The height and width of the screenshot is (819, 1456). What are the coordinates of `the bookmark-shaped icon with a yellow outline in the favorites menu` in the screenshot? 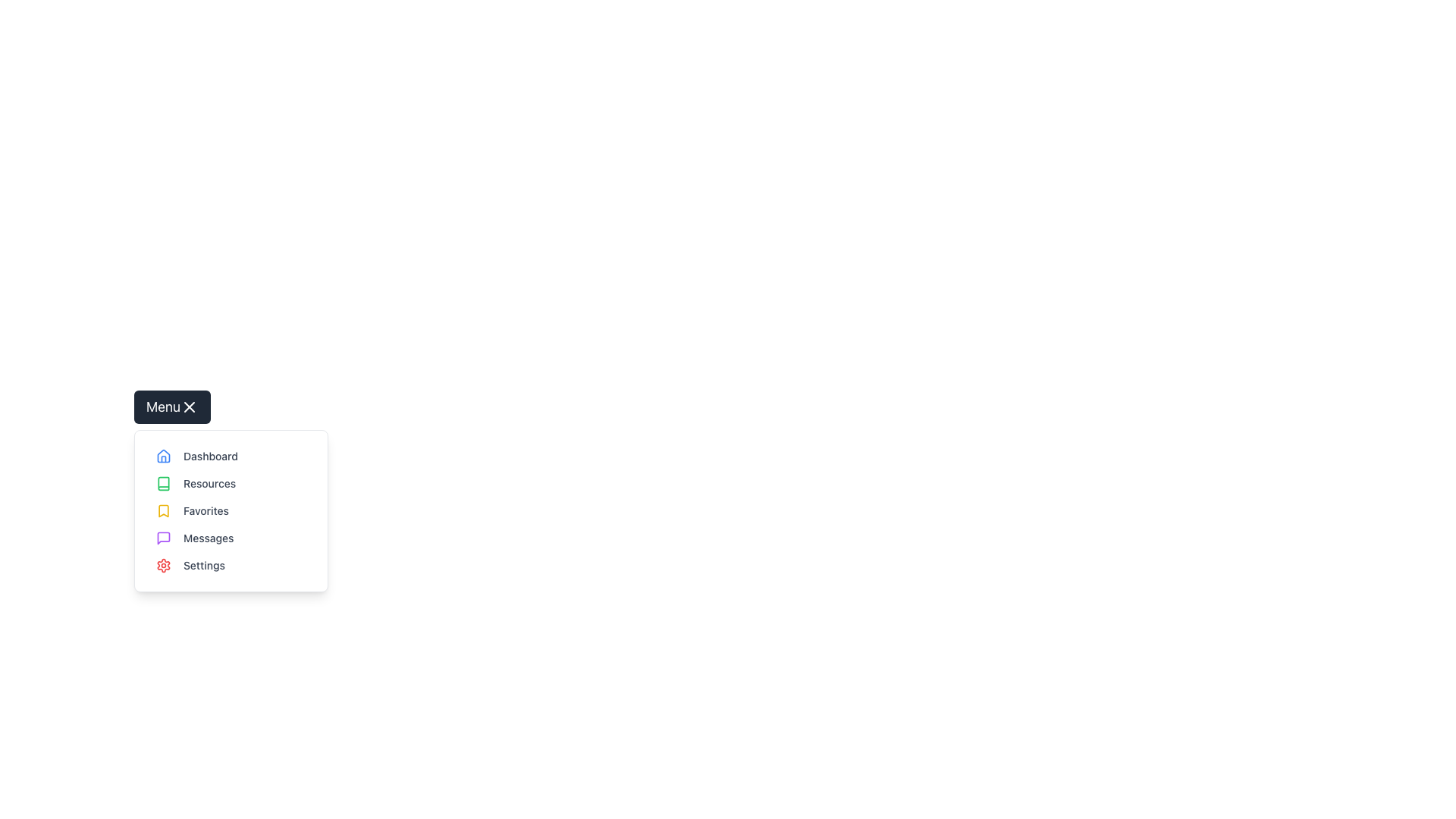 It's located at (164, 511).